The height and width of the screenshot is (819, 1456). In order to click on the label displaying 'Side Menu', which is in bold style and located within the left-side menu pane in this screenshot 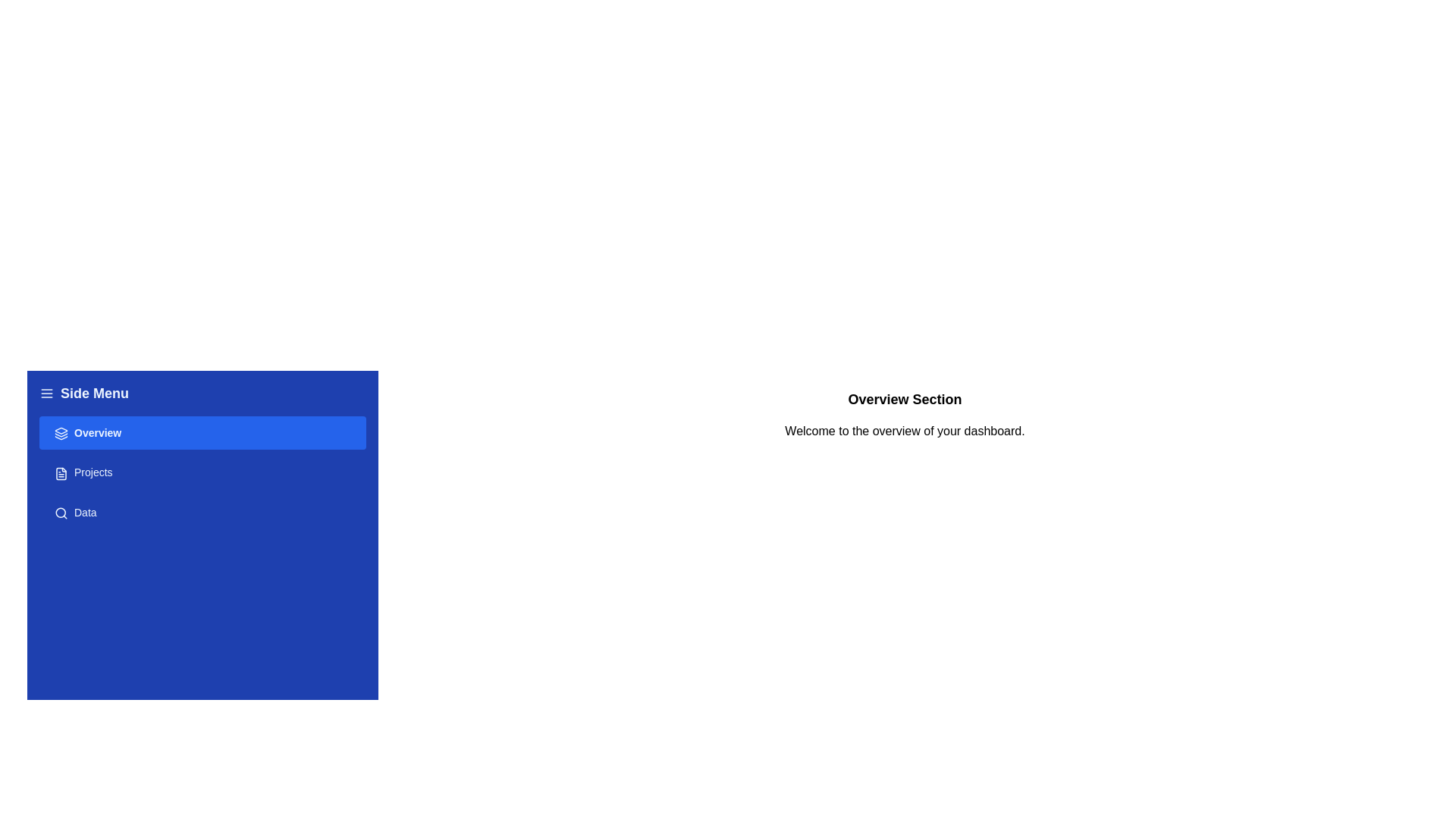, I will do `click(93, 393)`.